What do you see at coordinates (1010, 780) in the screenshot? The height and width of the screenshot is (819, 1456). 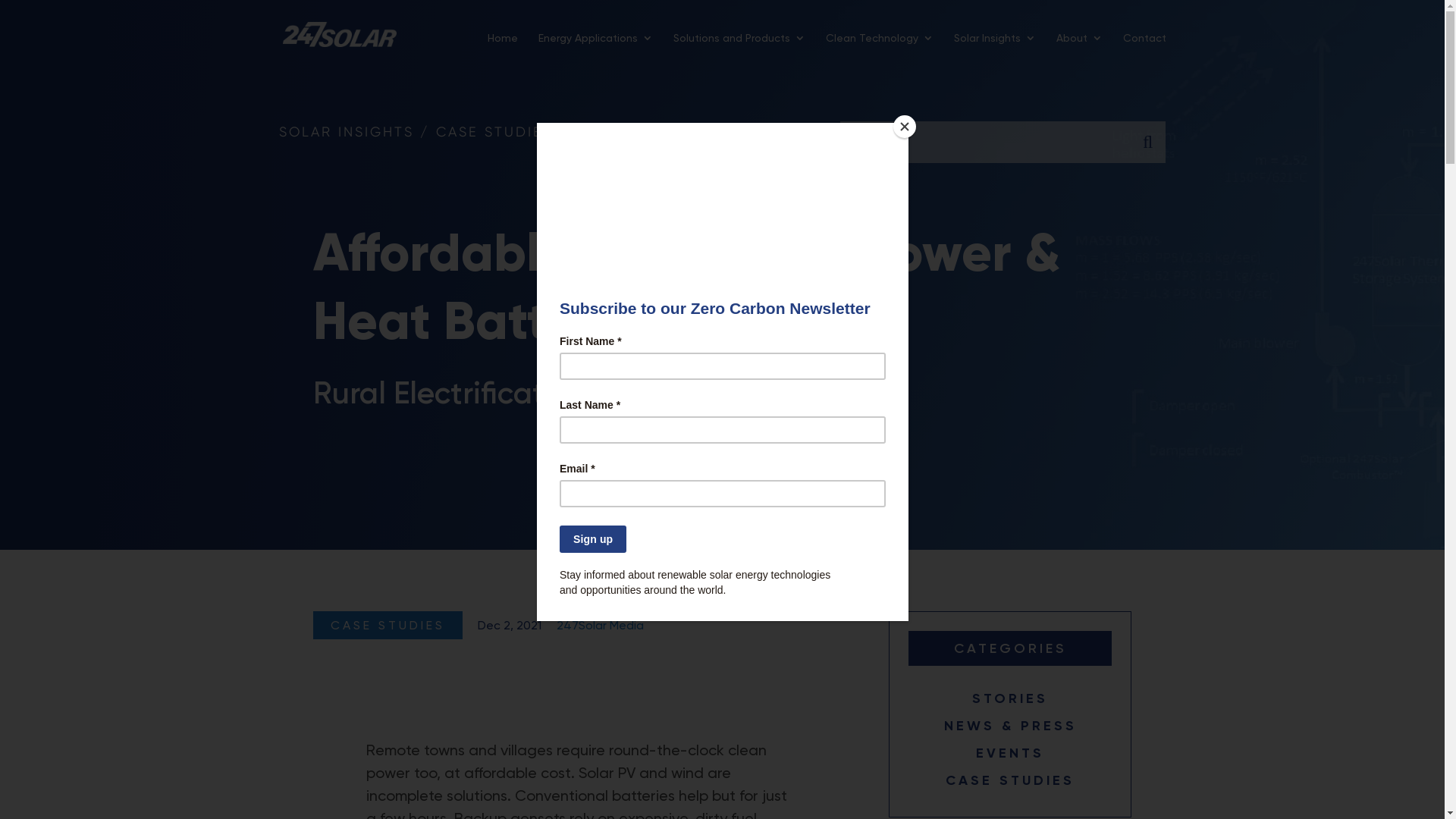 I see `'CASE STUDIES'` at bounding box center [1010, 780].